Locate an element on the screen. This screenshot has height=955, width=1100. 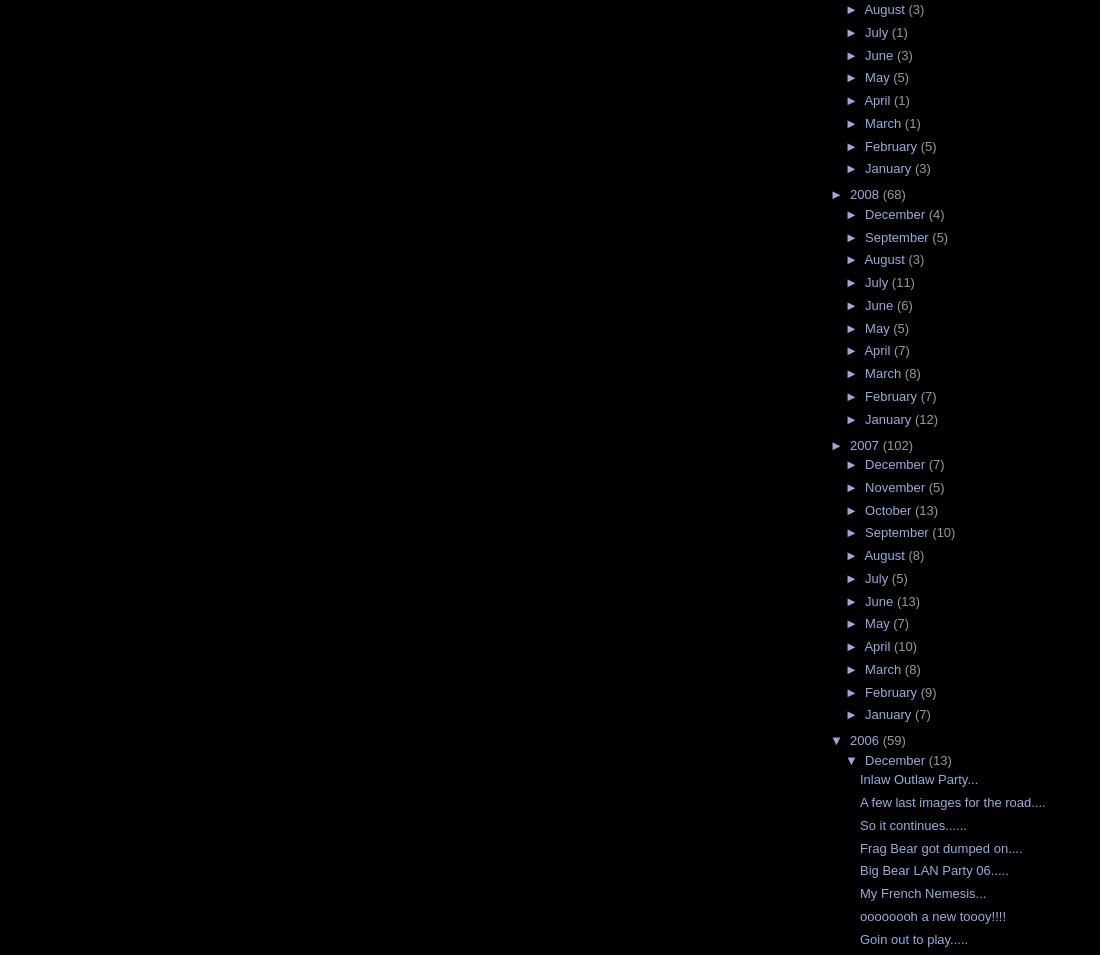
'A few last images for the road....' is located at coordinates (952, 802).